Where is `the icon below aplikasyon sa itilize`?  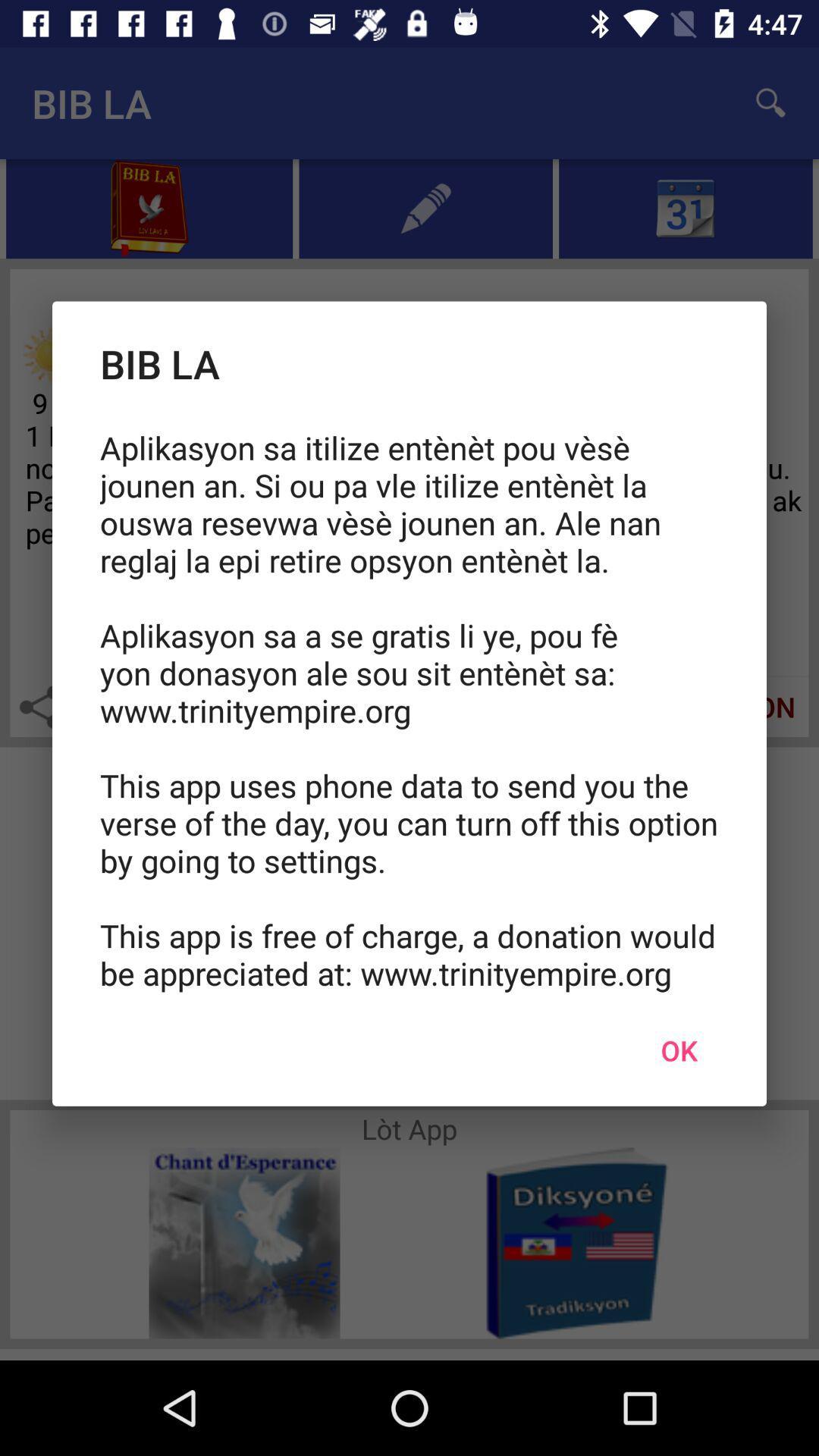
the icon below aplikasyon sa itilize is located at coordinates (678, 1050).